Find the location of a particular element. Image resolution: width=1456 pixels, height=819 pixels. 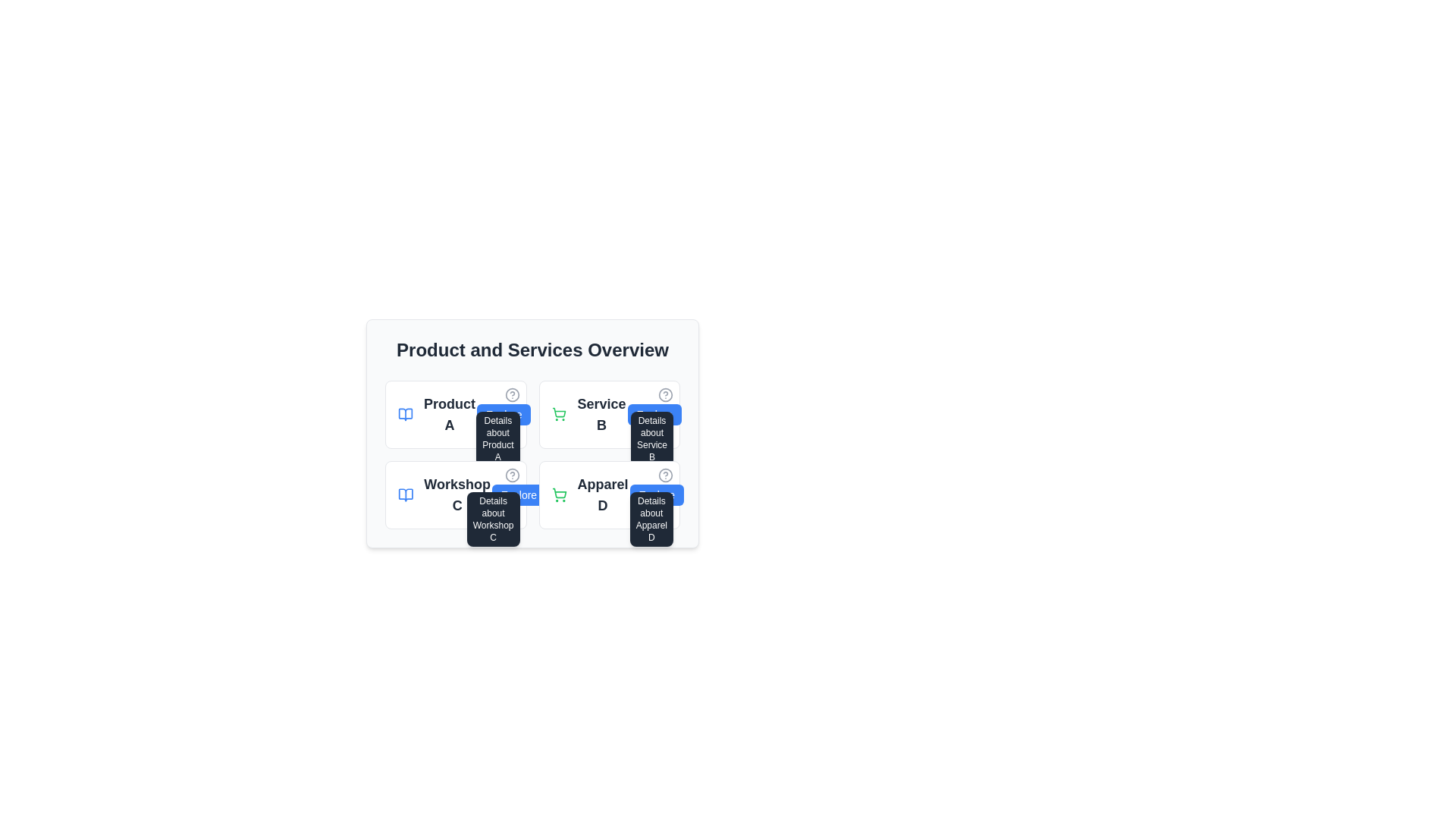

the interactive button located directly to the right of 'Product A' to change its color is located at coordinates (504, 415).